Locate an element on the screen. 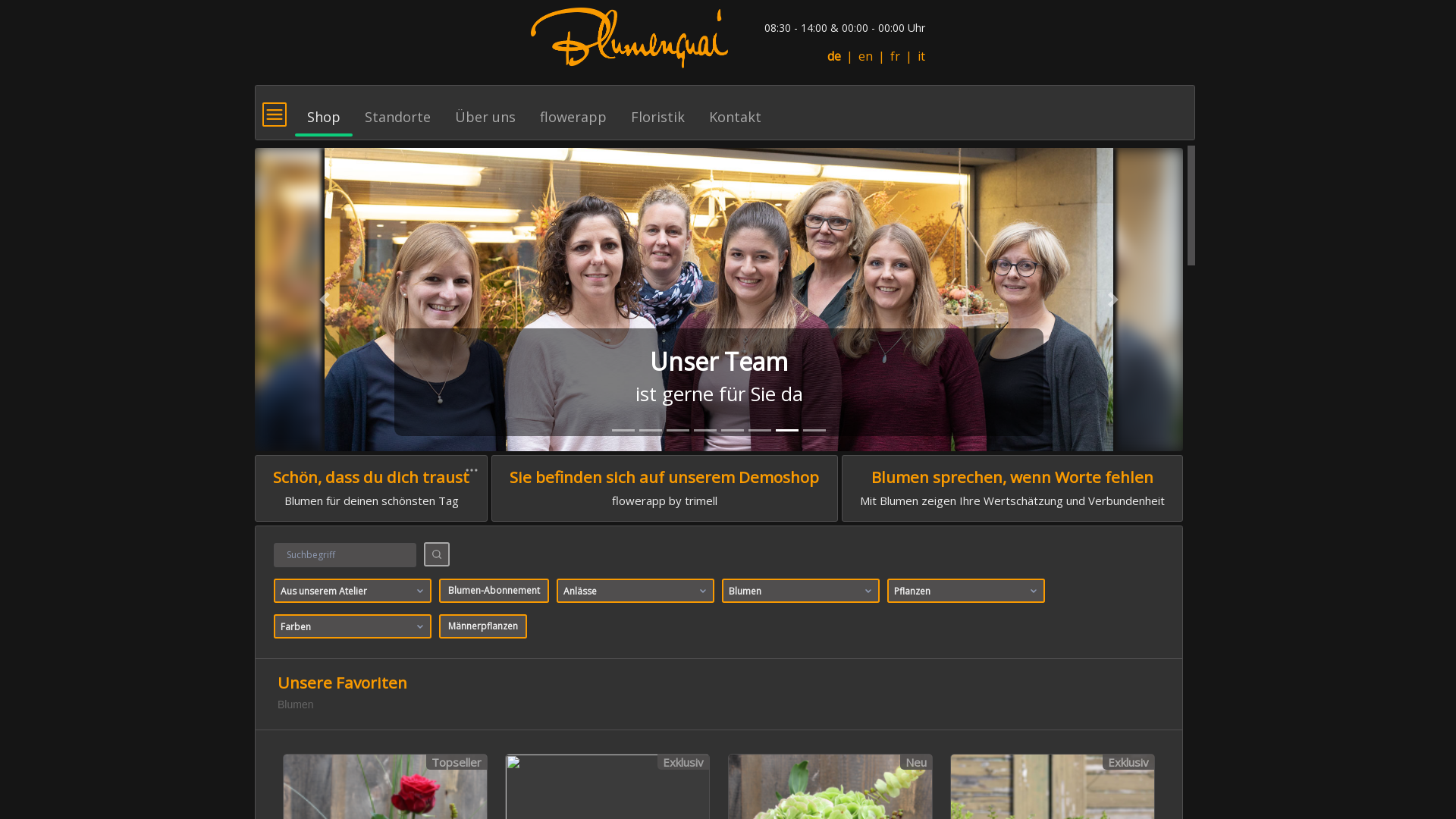 The height and width of the screenshot is (819, 1456). 'Floristik' is located at coordinates (619, 109).